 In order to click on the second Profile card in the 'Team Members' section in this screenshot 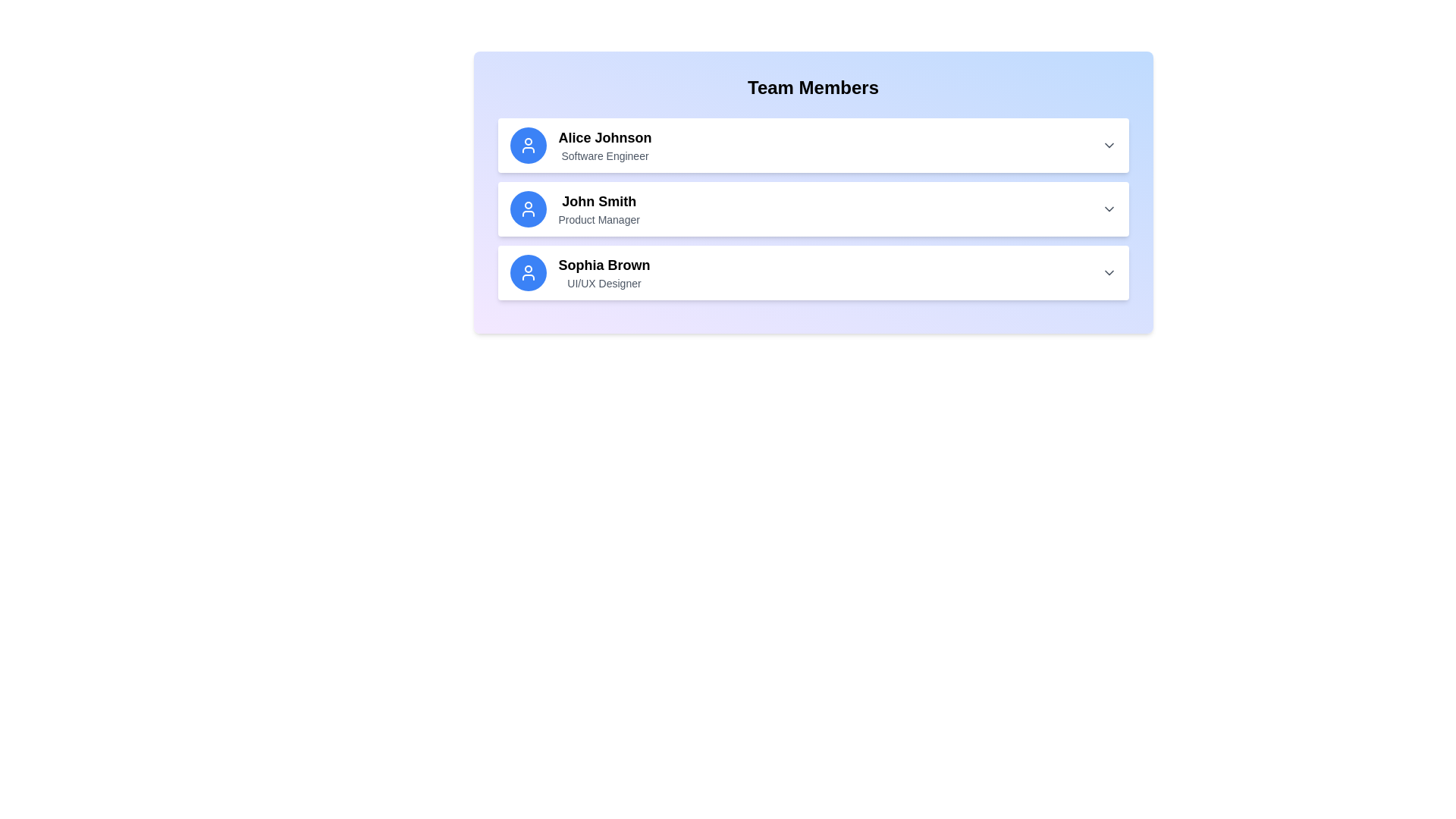, I will do `click(812, 209)`.